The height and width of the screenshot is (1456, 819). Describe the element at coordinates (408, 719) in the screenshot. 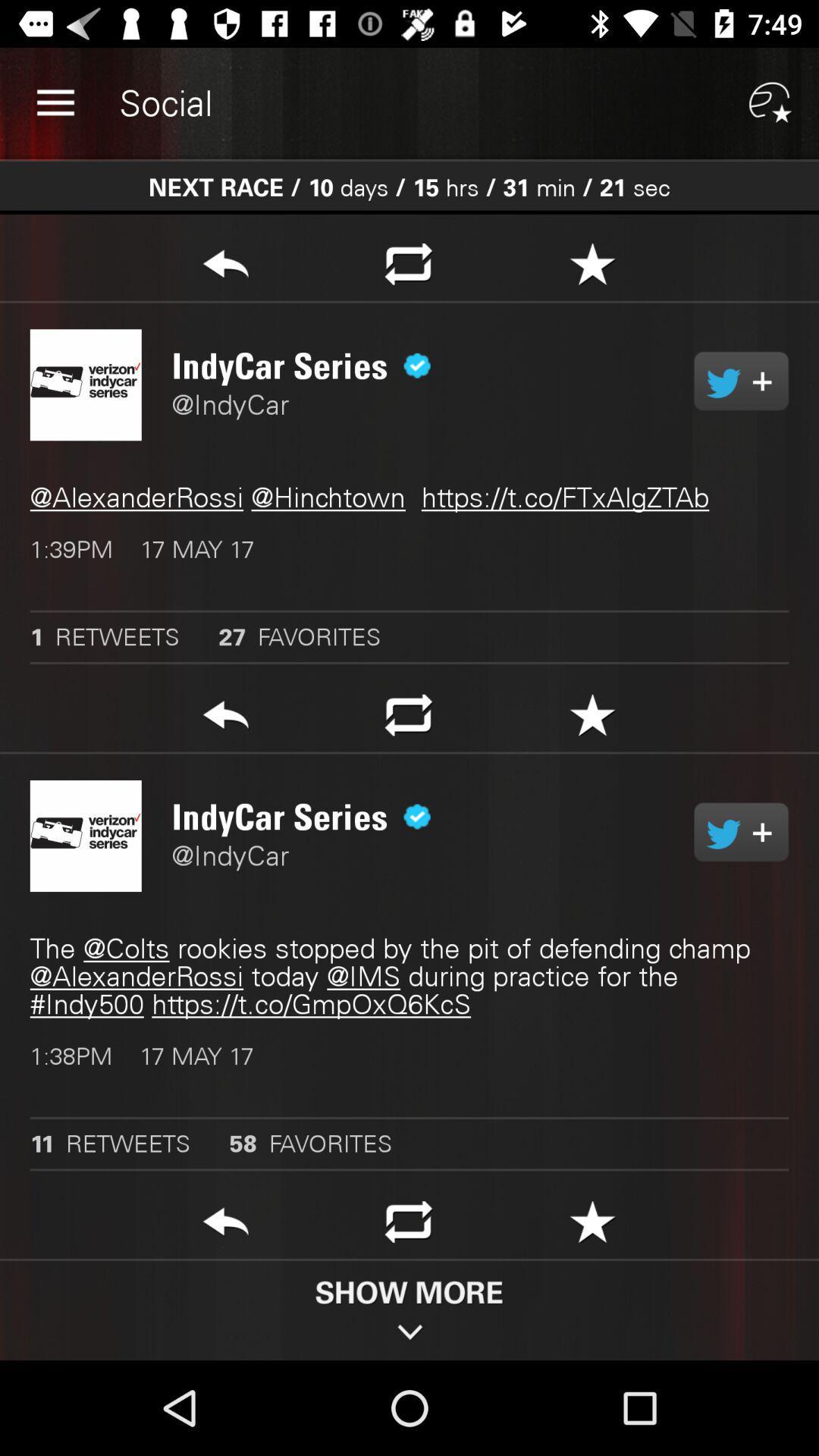

I see `symbol beside second arrow in the page` at that location.